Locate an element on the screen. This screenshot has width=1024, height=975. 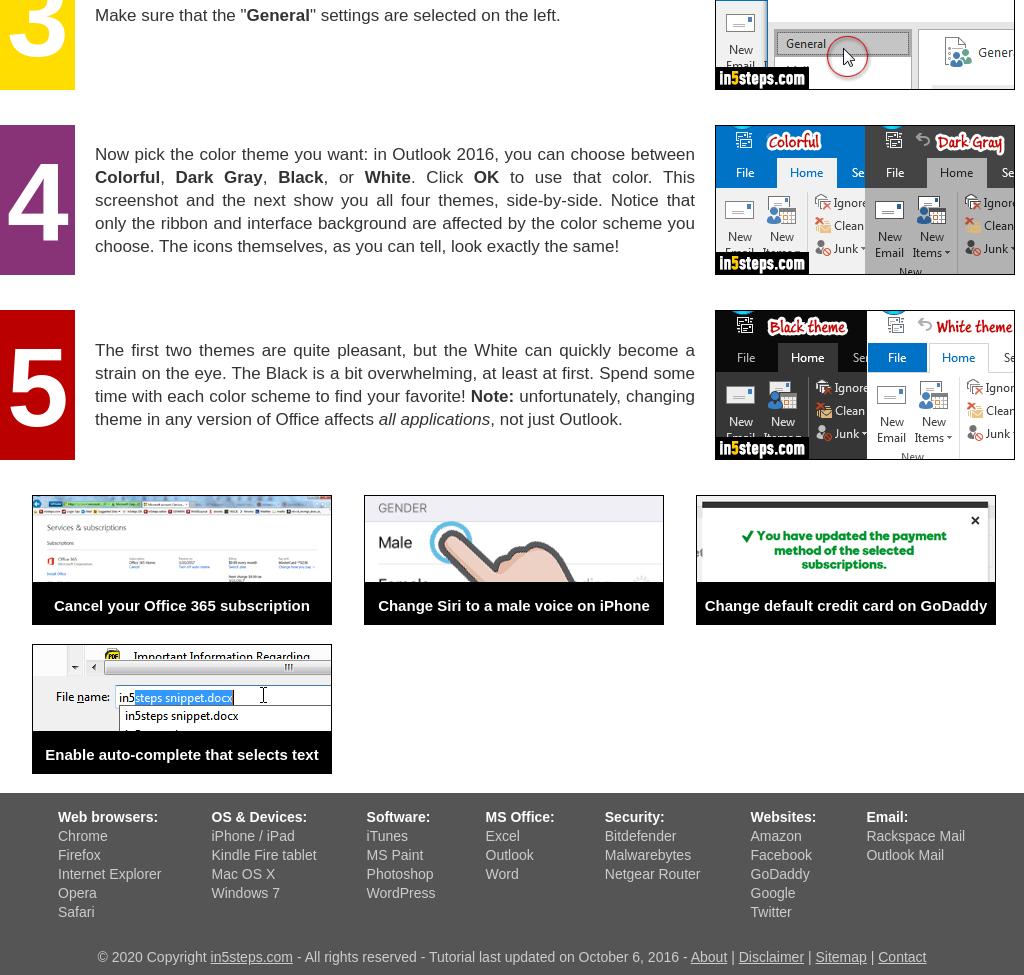
'Contact' is located at coordinates (901, 955).